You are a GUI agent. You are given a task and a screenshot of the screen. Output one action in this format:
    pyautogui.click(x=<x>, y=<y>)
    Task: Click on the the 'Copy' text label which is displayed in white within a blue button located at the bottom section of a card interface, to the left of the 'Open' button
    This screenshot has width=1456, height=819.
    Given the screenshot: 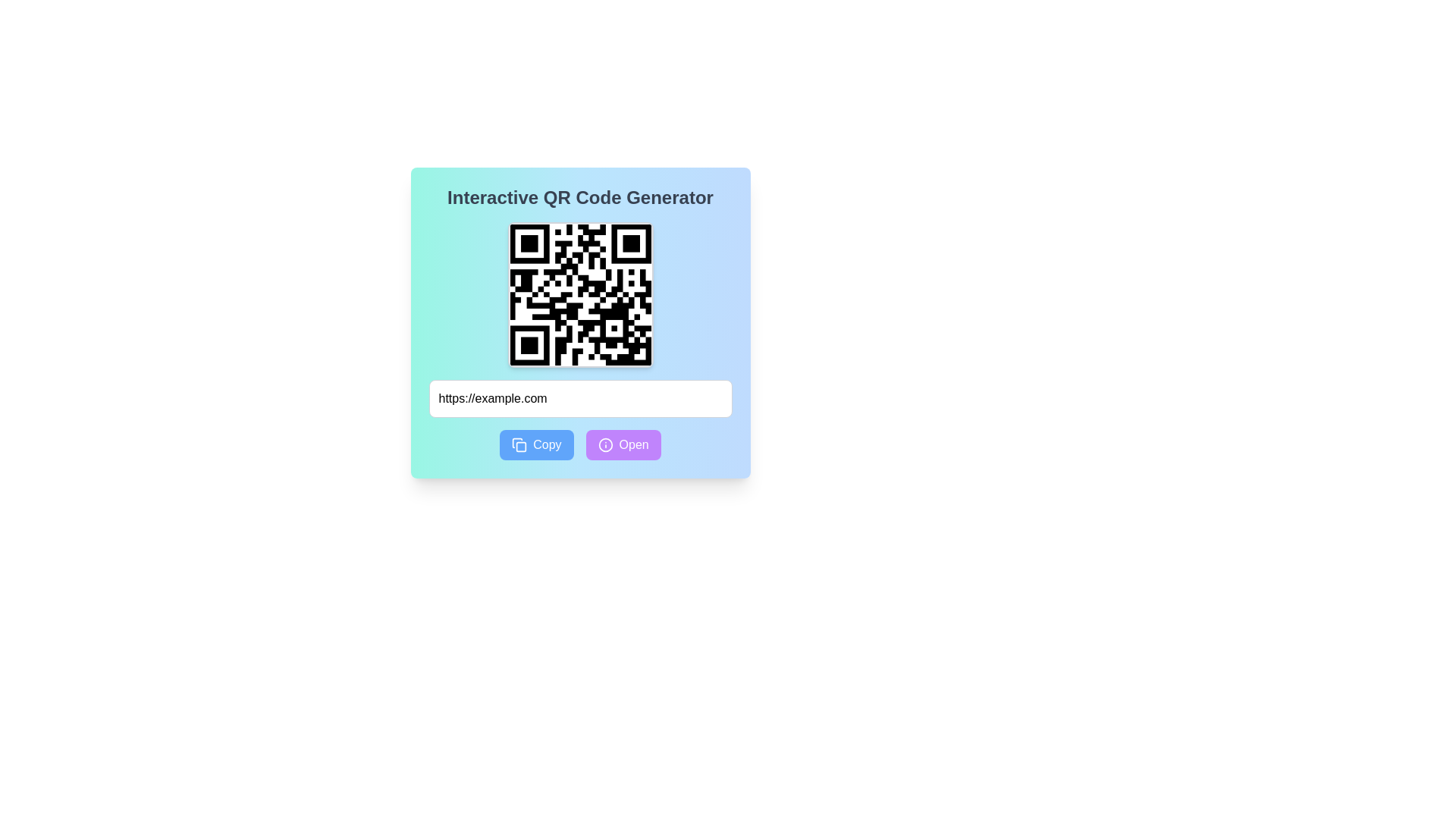 What is the action you would take?
    pyautogui.click(x=546, y=444)
    